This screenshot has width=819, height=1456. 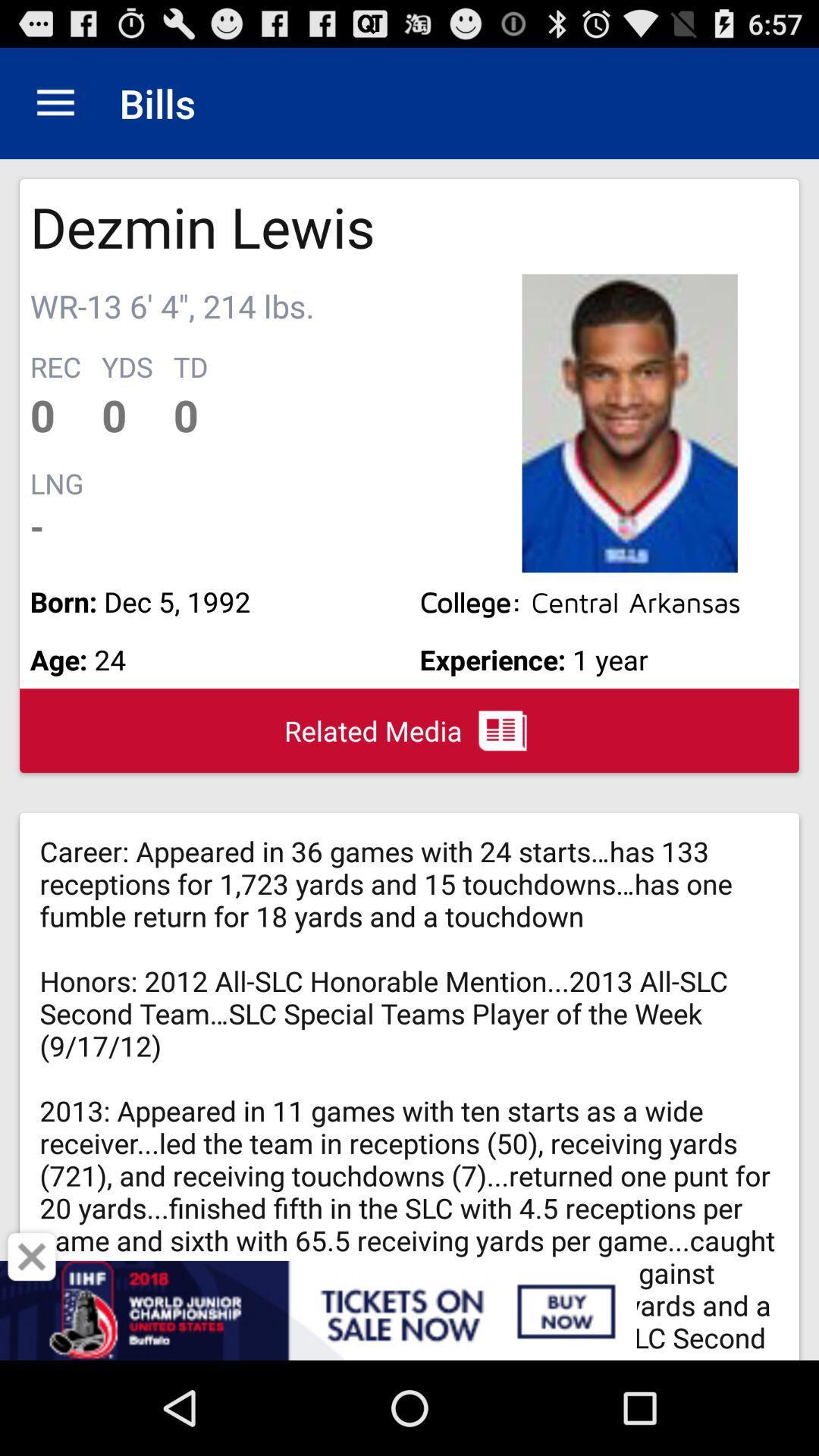 What do you see at coordinates (32, 1257) in the screenshot?
I see `item below age: 24 item` at bounding box center [32, 1257].